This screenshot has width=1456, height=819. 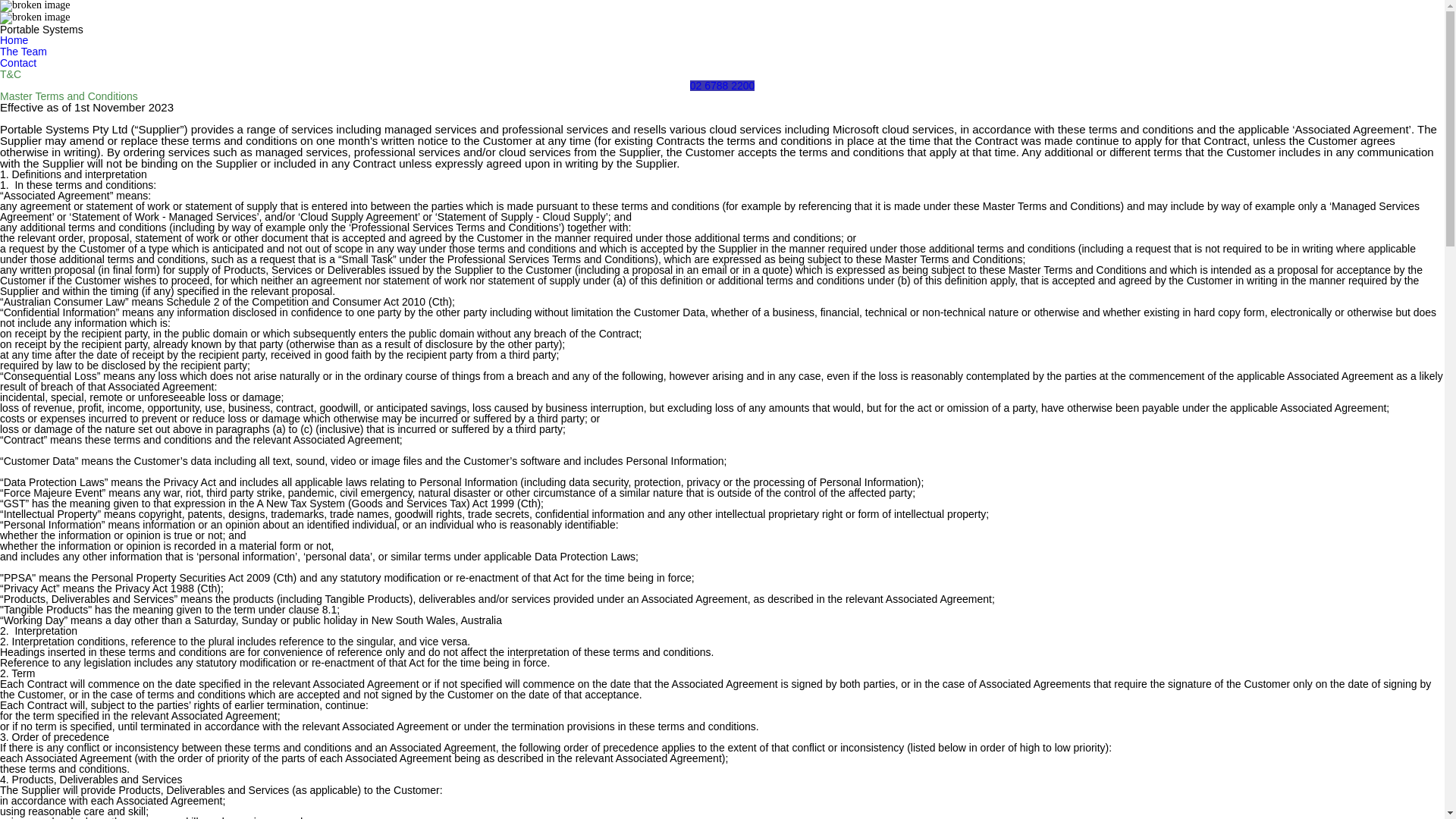 I want to click on '02 6788 2200', so click(x=722, y=85).